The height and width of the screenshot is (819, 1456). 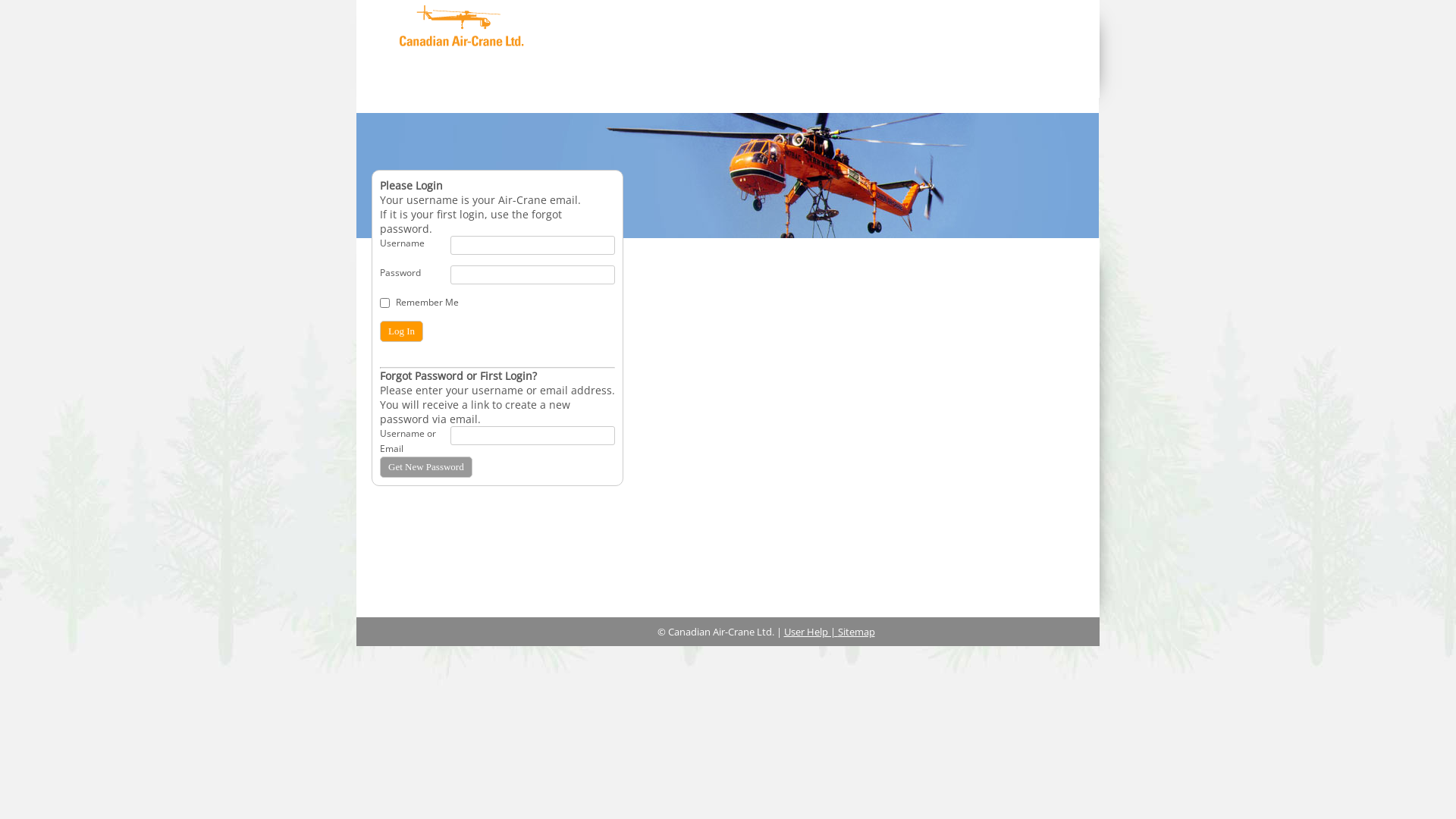 I want to click on 'User Help |', so click(x=810, y=632).